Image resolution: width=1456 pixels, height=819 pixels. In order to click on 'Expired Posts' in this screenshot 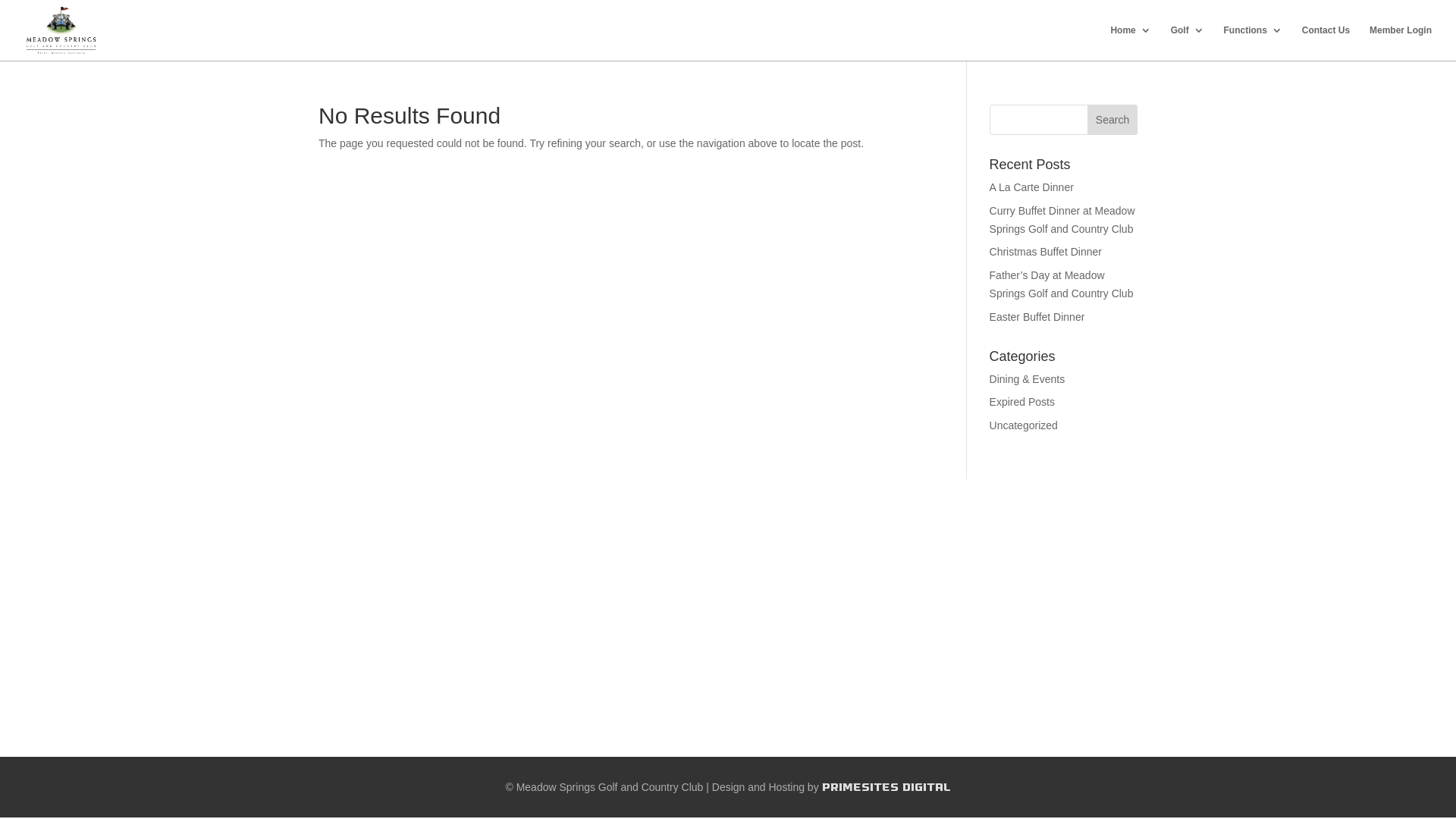, I will do `click(990, 400)`.